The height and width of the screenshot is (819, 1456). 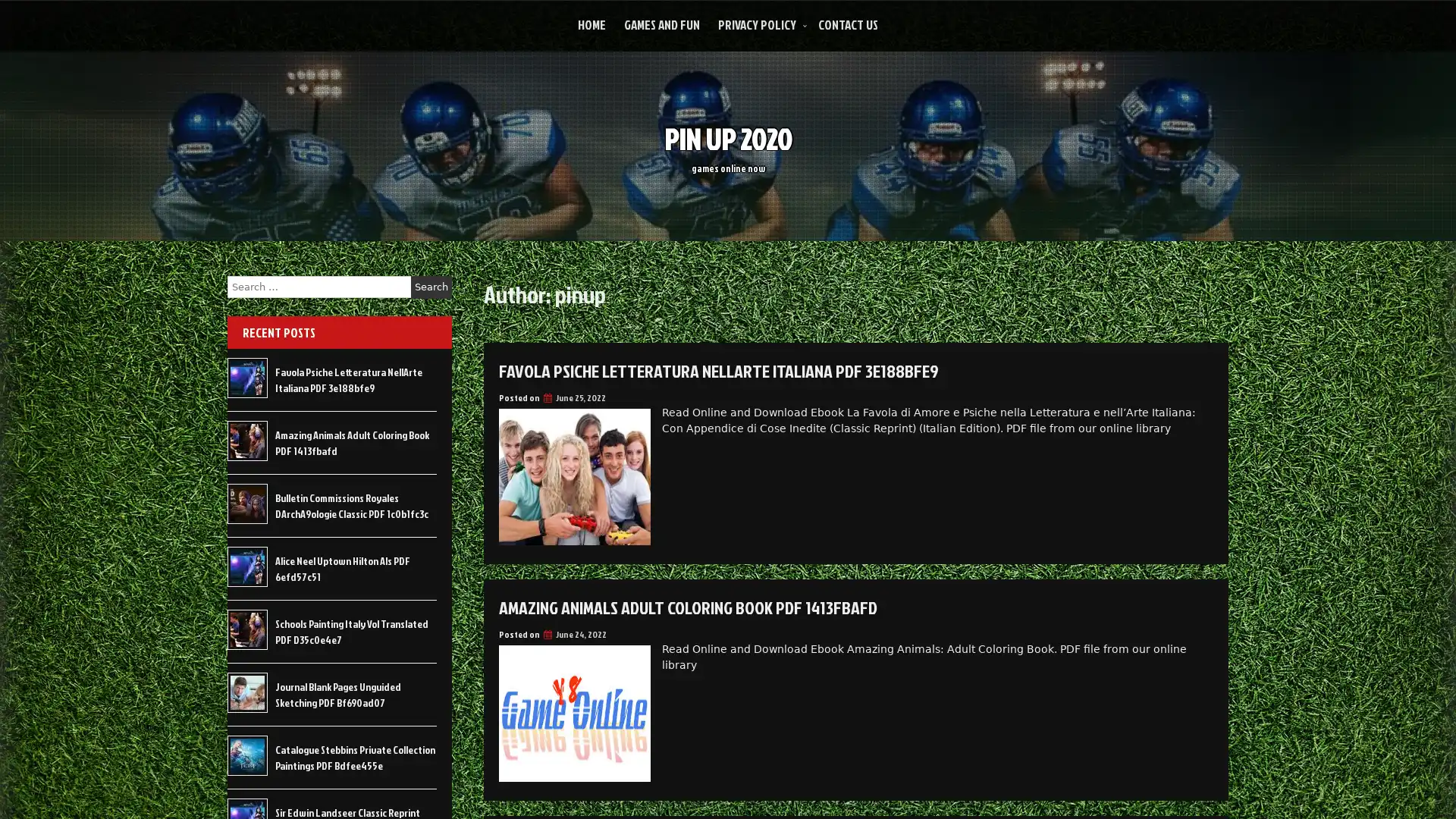 I want to click on Search, so click(x=431, y=287).